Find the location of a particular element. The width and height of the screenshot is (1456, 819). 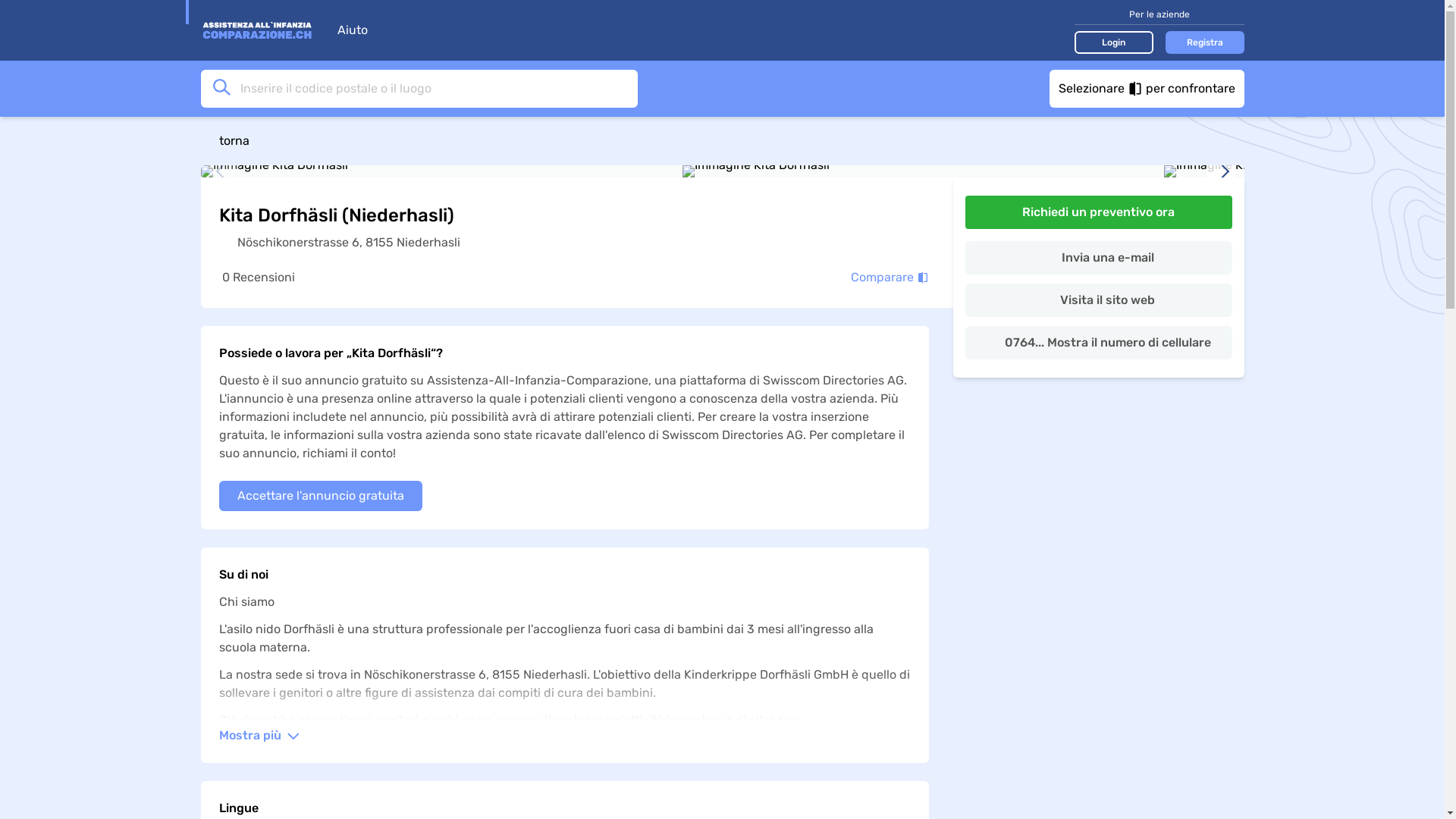

'immagine successiva' is located at coordinates (1220, 171).